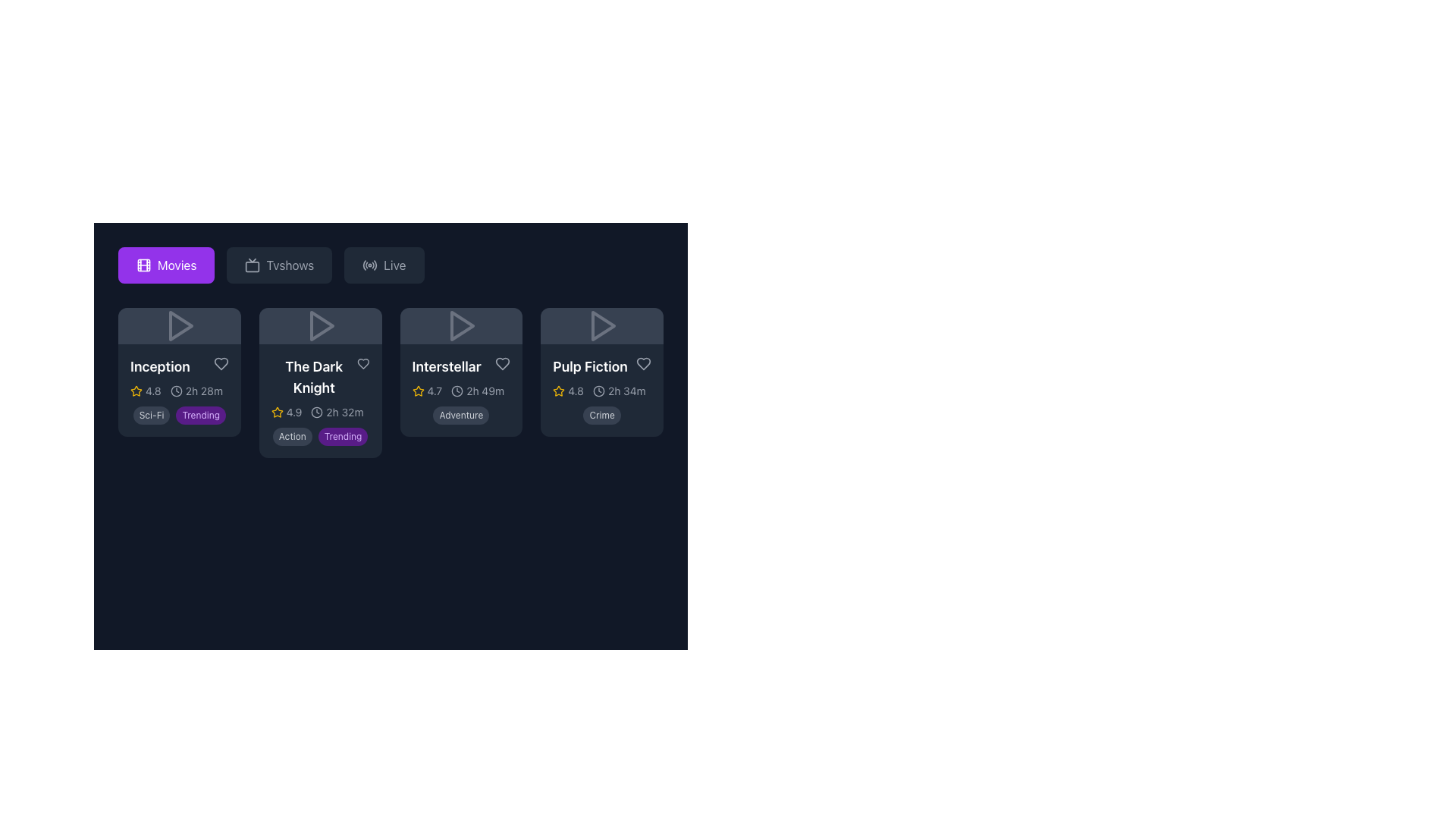  I want to click on the 'Movies' button, which is a rectangular button with rounded corners, a purple background, a white filmstrip icon on the left, and the label 'Movies' in bold white font on the right, to trigger visual hover effects, so click(166, 265).